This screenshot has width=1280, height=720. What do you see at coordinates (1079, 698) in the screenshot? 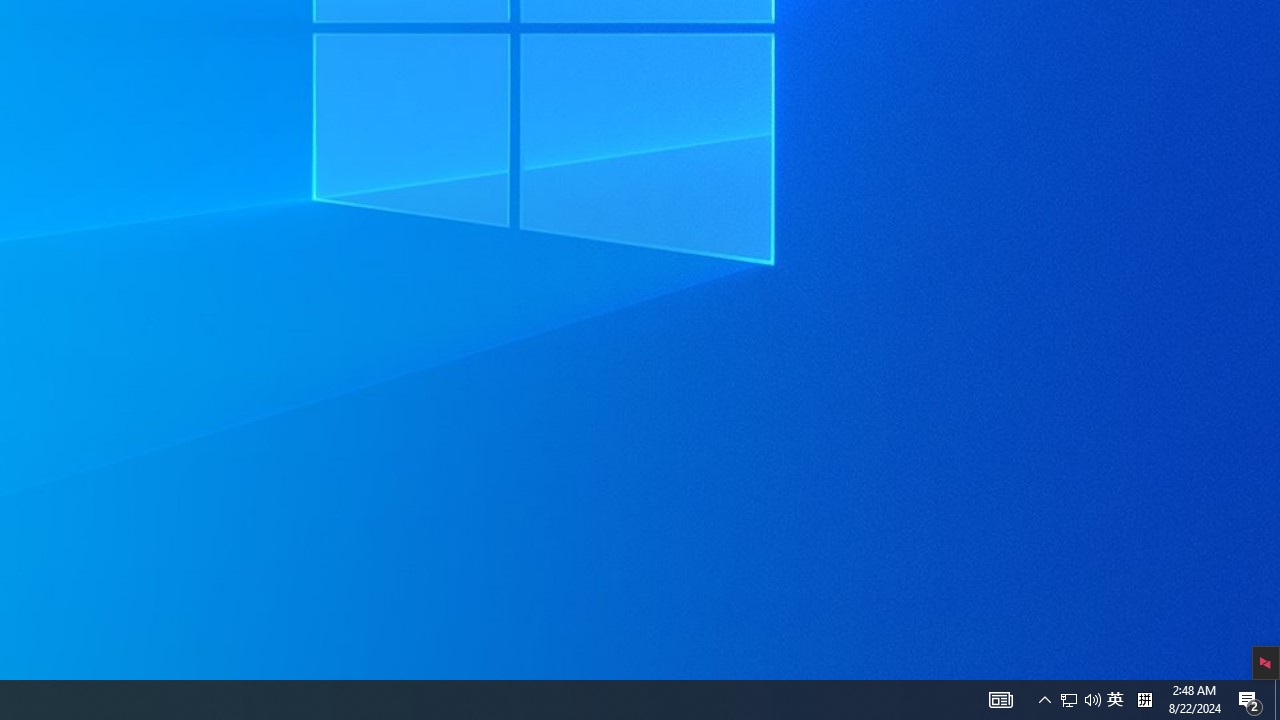
I see `'Q2790: 100%'` at bounding box center [1079, 698].